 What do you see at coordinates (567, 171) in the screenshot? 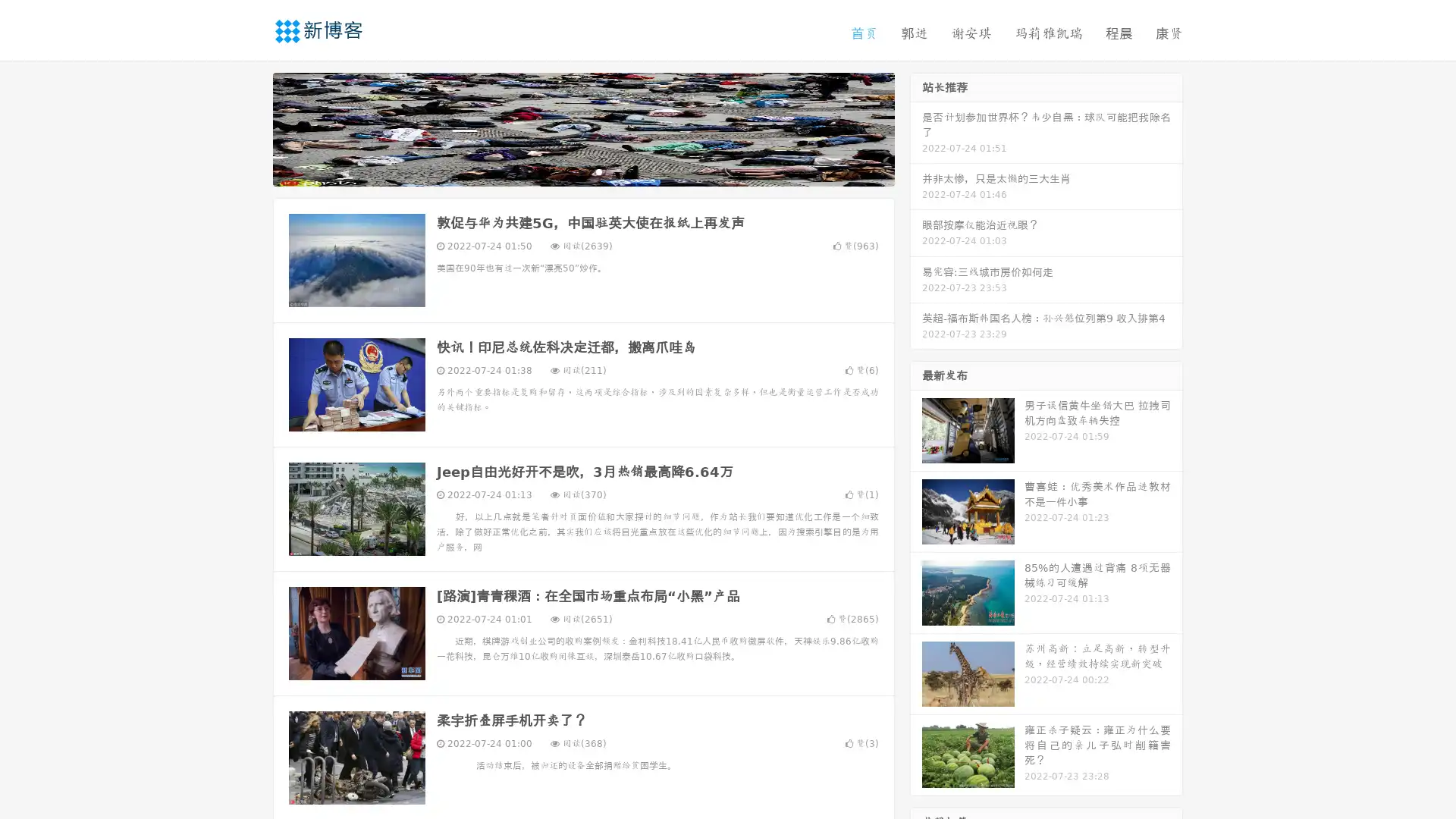
I see `Go to slide 1` at bounding box center [567, 171].